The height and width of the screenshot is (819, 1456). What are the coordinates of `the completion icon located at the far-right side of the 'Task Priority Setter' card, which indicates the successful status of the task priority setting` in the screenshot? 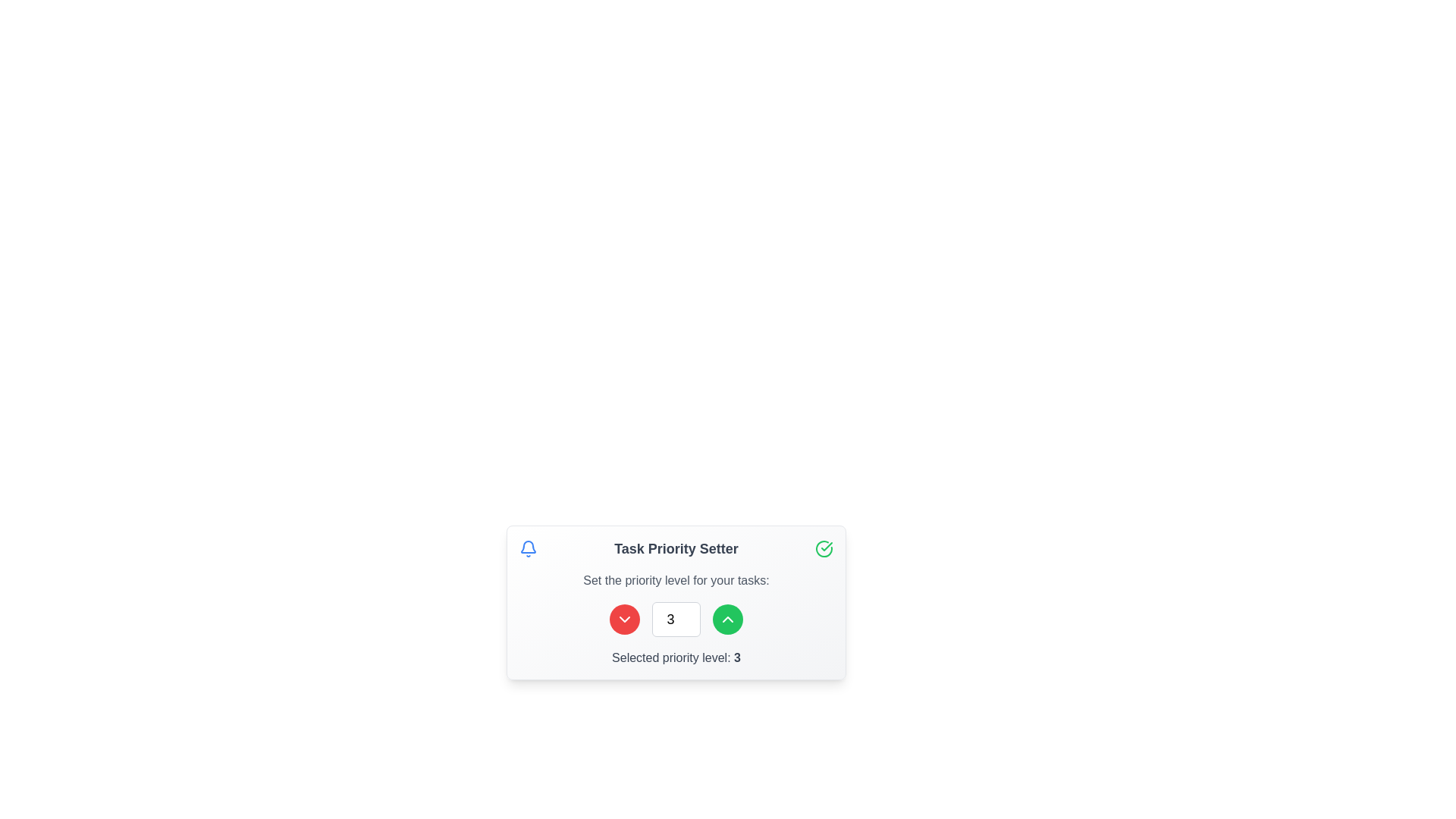 It's located at (823, 549).